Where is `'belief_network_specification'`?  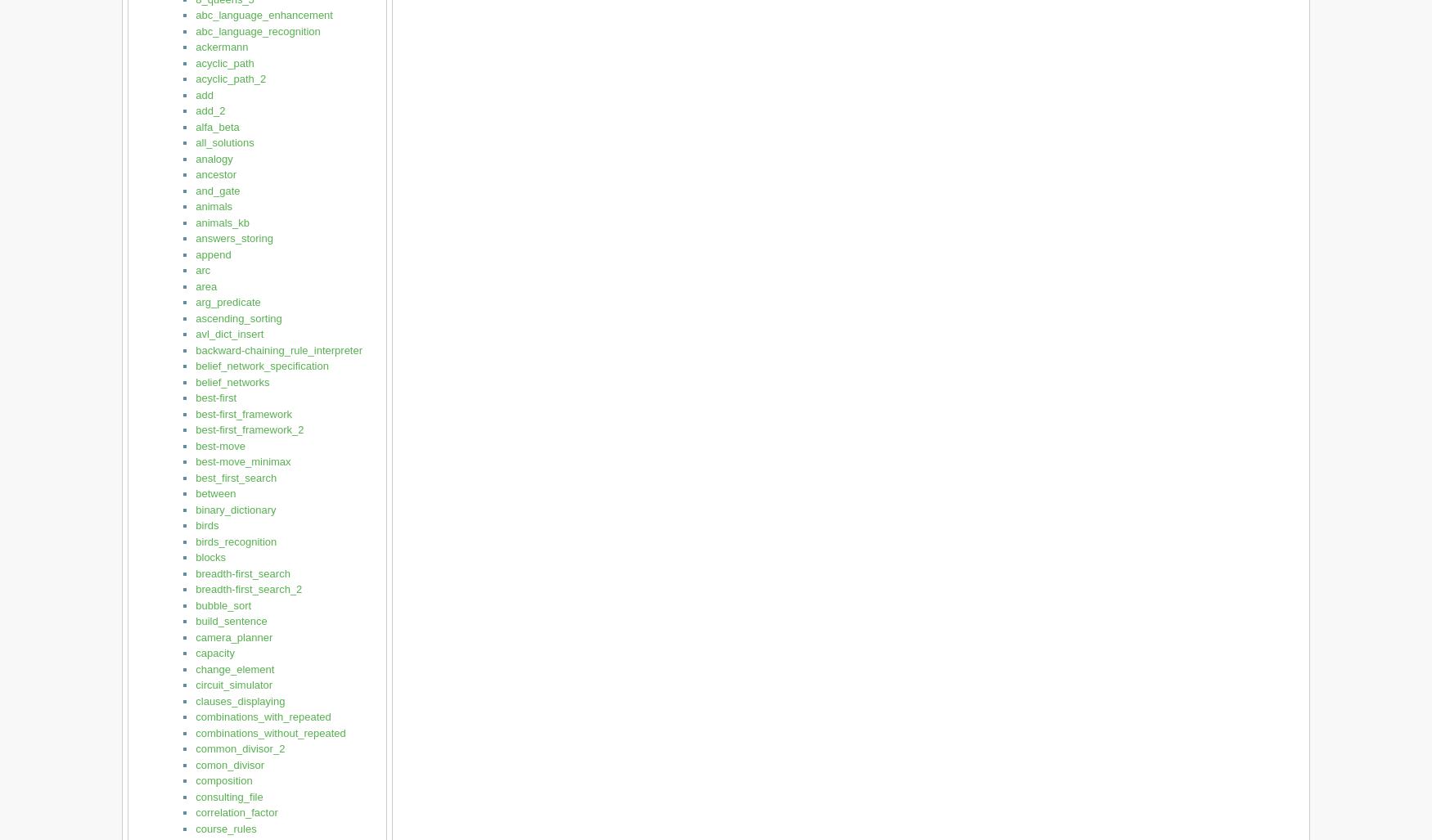
'belief_network_specification' is located at coordinates (262, 365).